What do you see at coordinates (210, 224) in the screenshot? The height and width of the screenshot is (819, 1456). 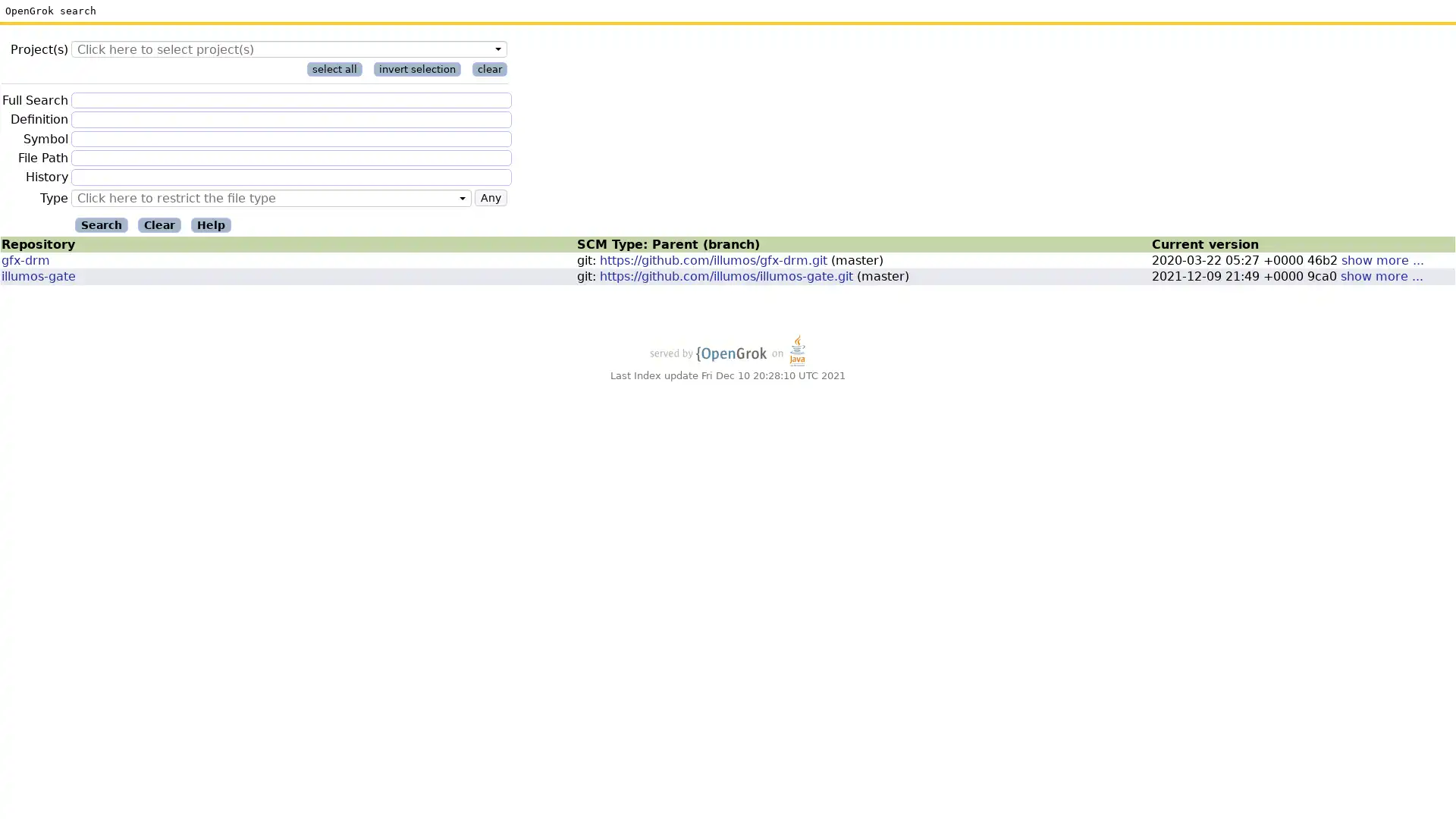 I see `Help` at bounding box center [210, 224].